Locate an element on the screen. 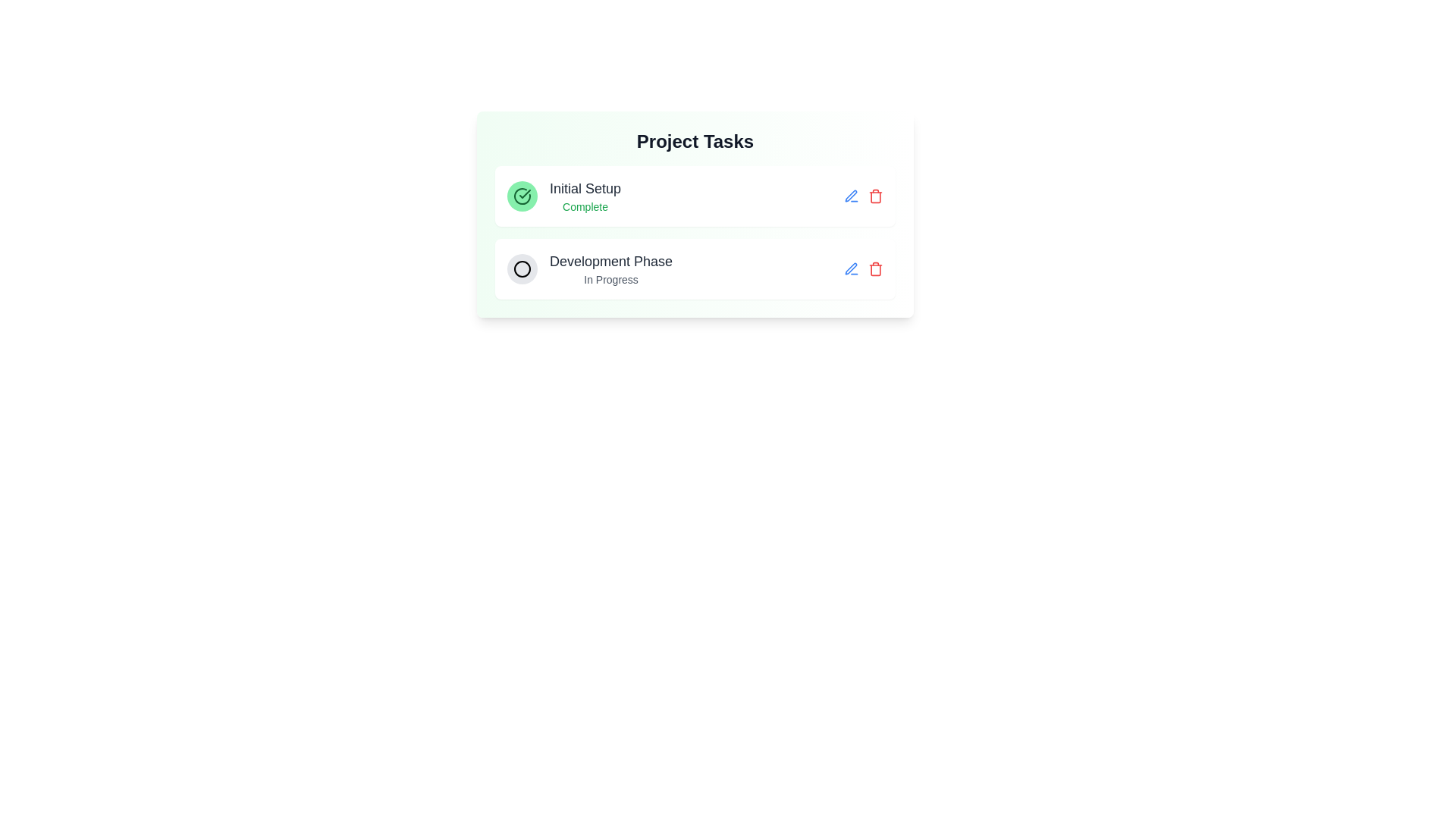 This screenshot has height=819, width=1456. the displayed text of the 'Initial Setup' task in the task list interface, which shows 'Complete' below it is located at coordinates (585, 195).